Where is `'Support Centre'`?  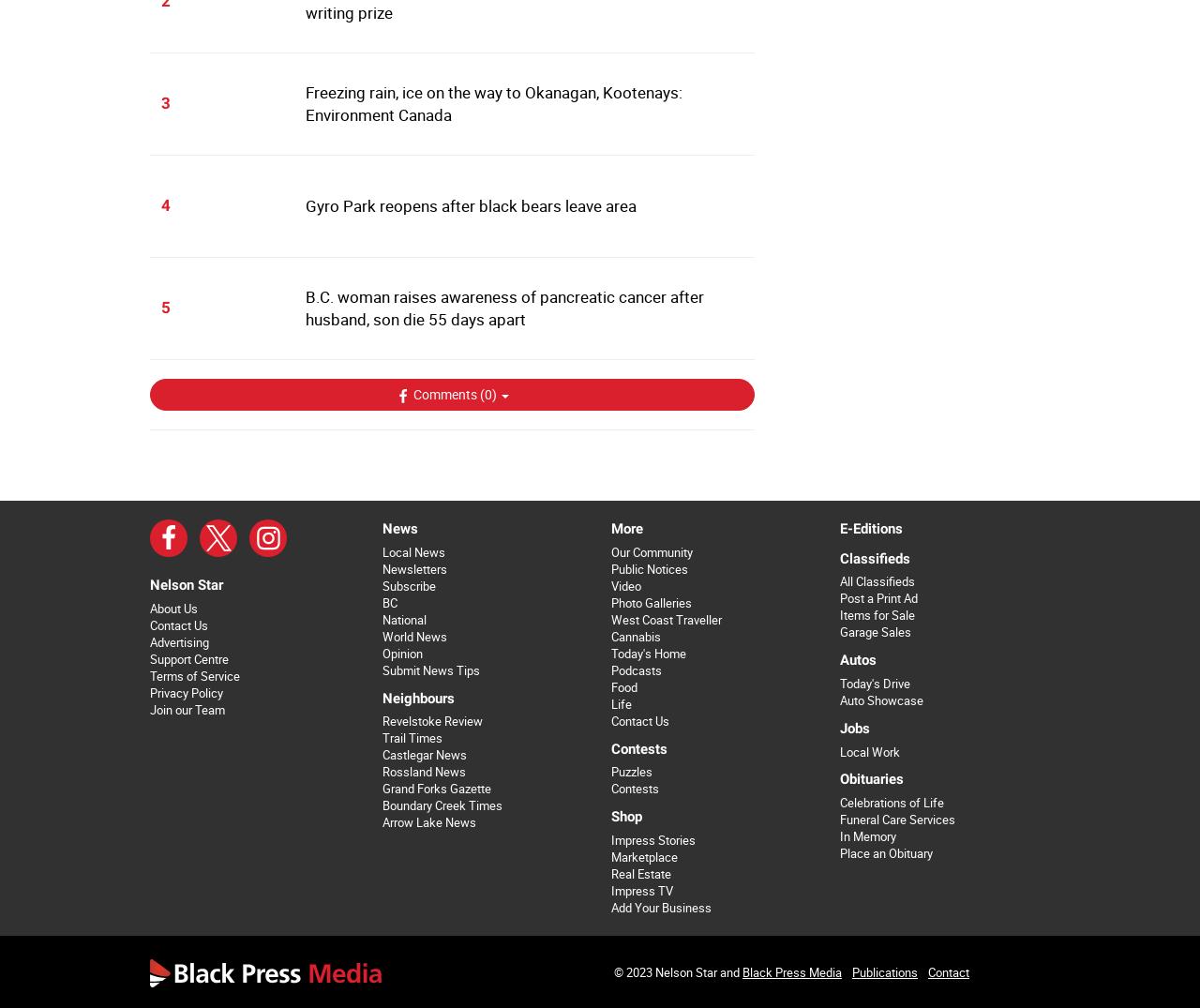
'Support Centre' is located at coordinates (188, 657).